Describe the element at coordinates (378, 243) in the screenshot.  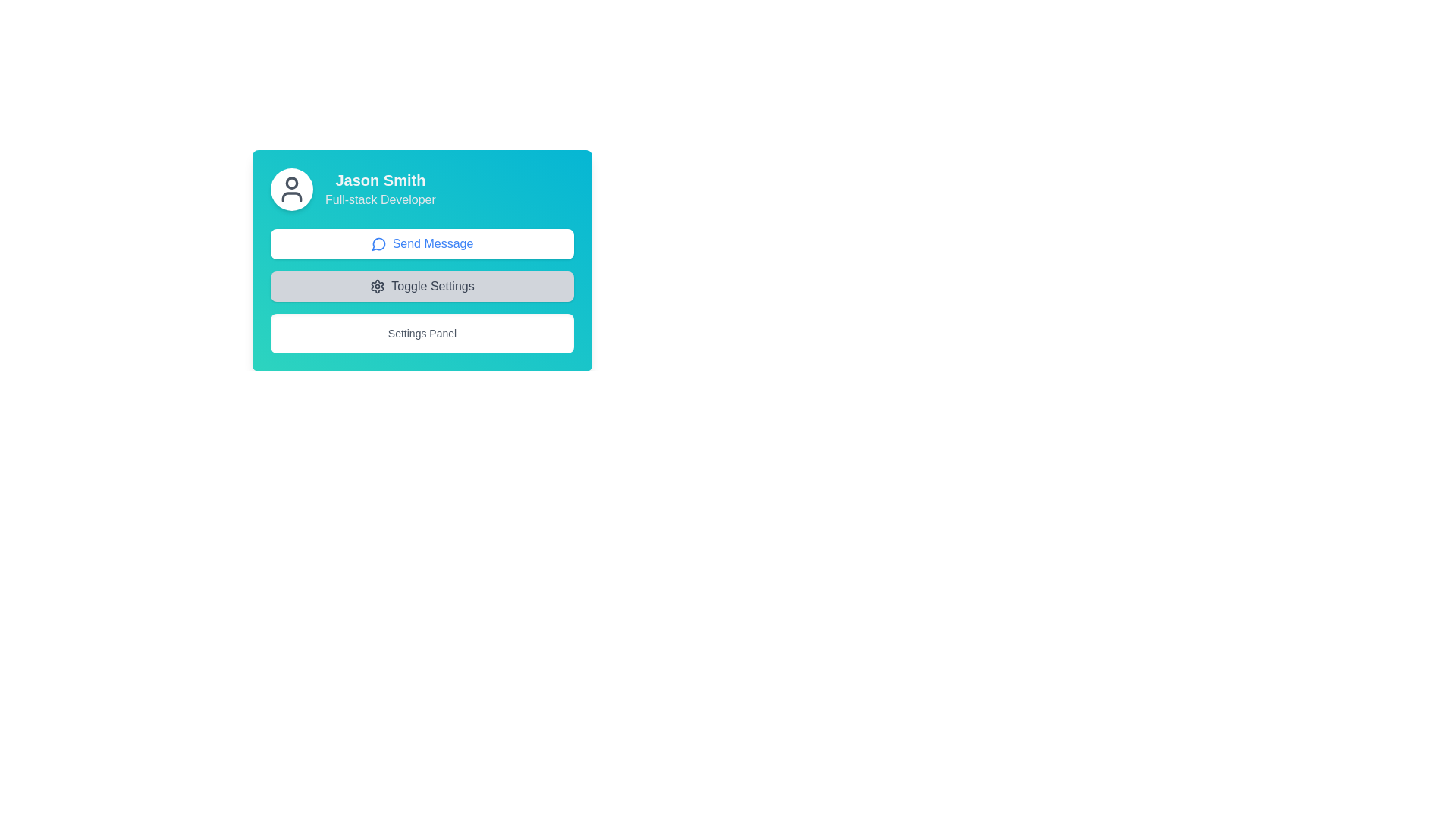
I see `the circular speech bubble icon located to the left of the 'Send Message' button, which suggests message or chat functionality` at that location.